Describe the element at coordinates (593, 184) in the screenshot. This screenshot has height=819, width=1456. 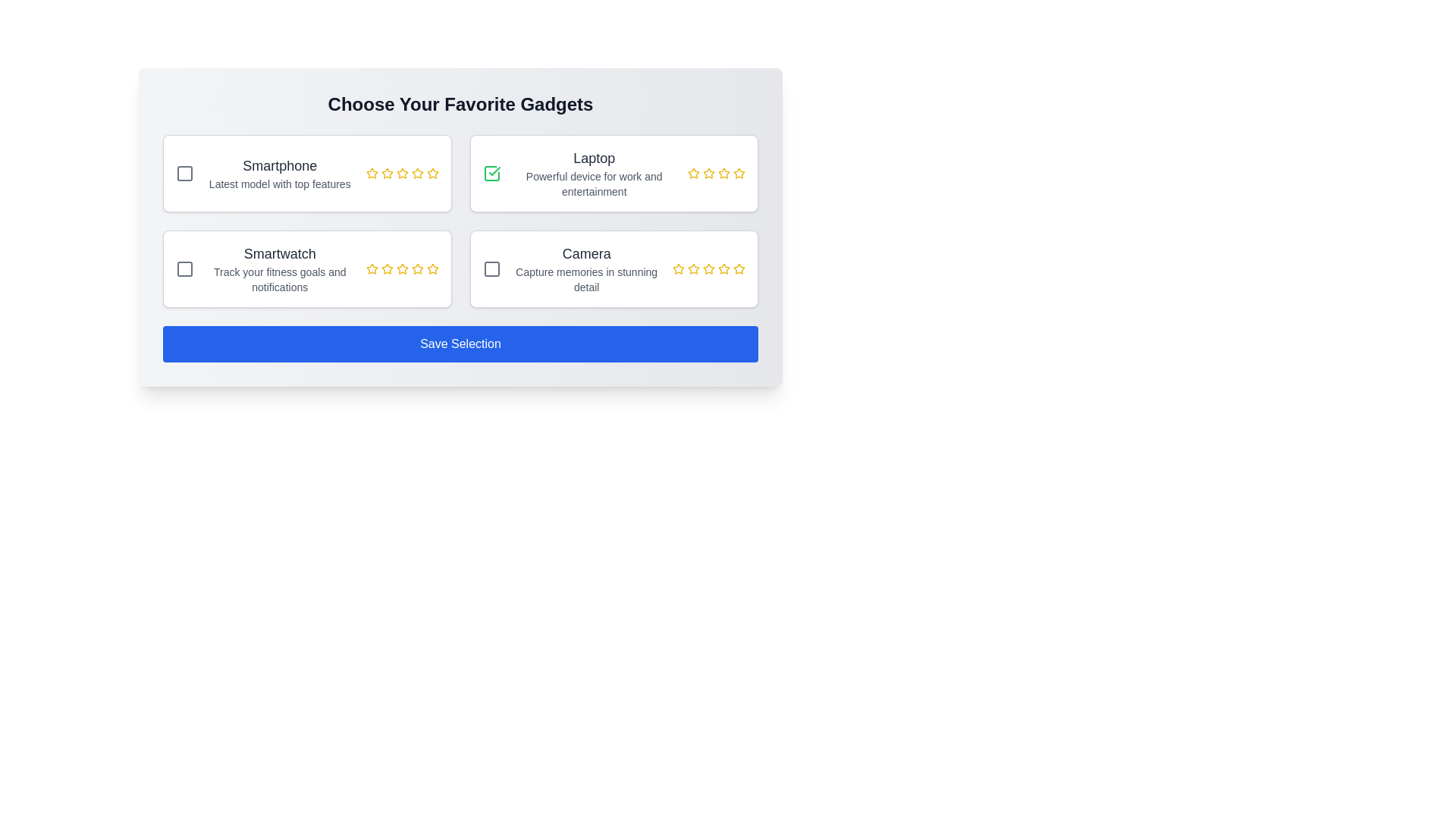
I see `the descriptive label element displaying 'Powerful device for work and entertainment' located below the 'Laptop' heading in the top-right quadrant of the grid` at that location.